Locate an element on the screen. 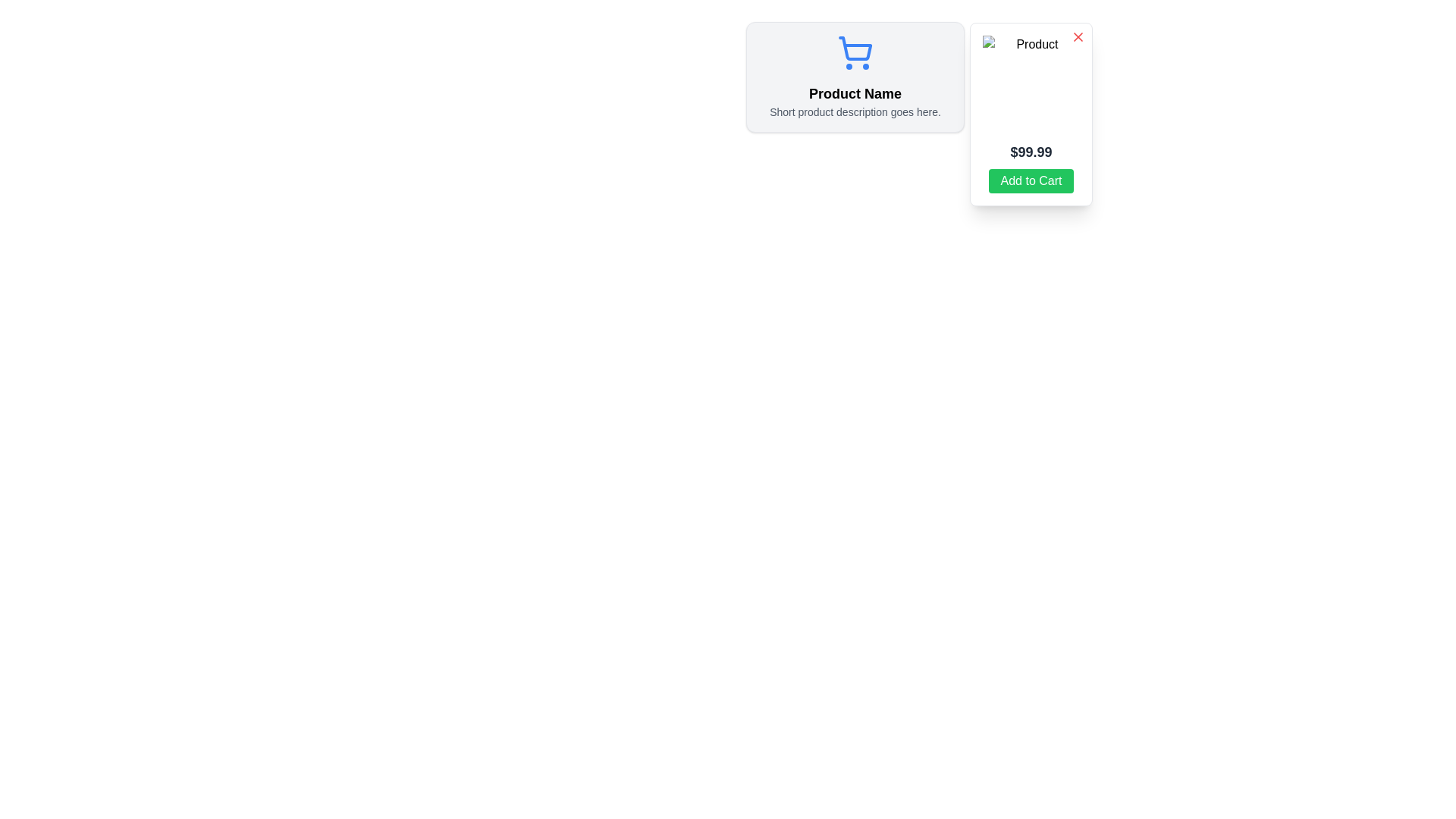 The image size is (1456, 819). the rectangular green button with rounded edges and white text reading 'Add to Cart' located below the price '$99.99' in the popup card is located at coordinates (1031, 180).